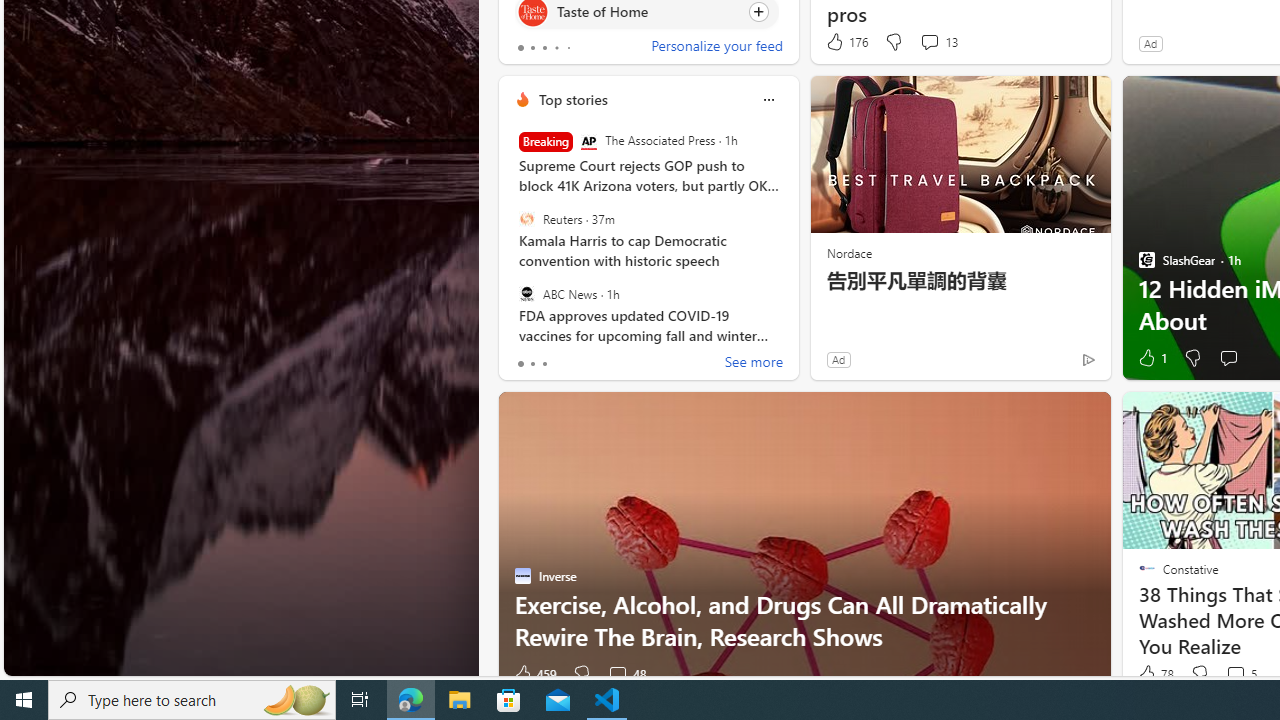 The image size is (1280, 720). I want to click on '78 Like', so click(1154, 674).